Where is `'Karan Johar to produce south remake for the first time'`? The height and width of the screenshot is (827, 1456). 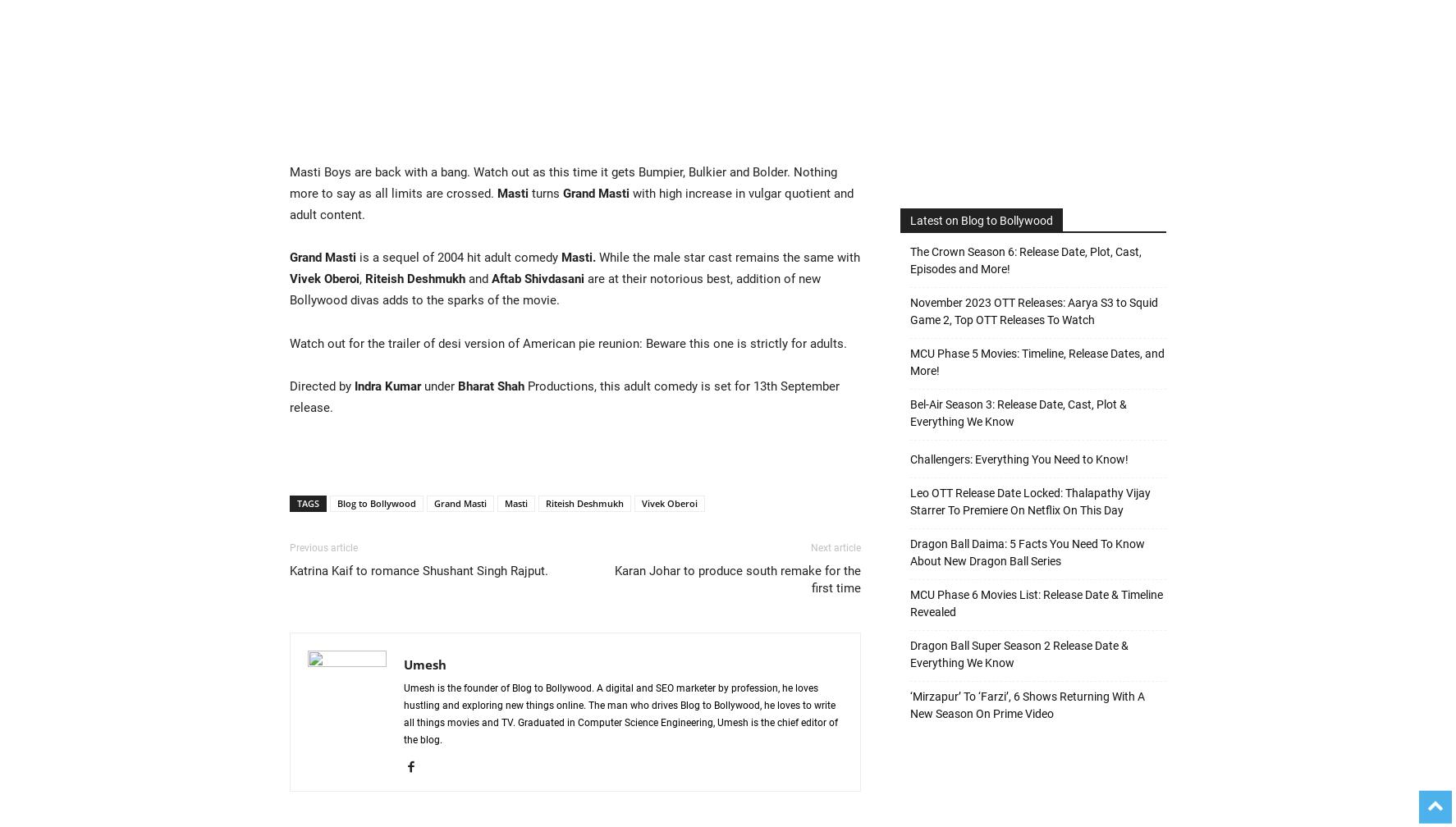
'Karan Johar to produce south remake for the first time' is located at coordinates (737, 578).